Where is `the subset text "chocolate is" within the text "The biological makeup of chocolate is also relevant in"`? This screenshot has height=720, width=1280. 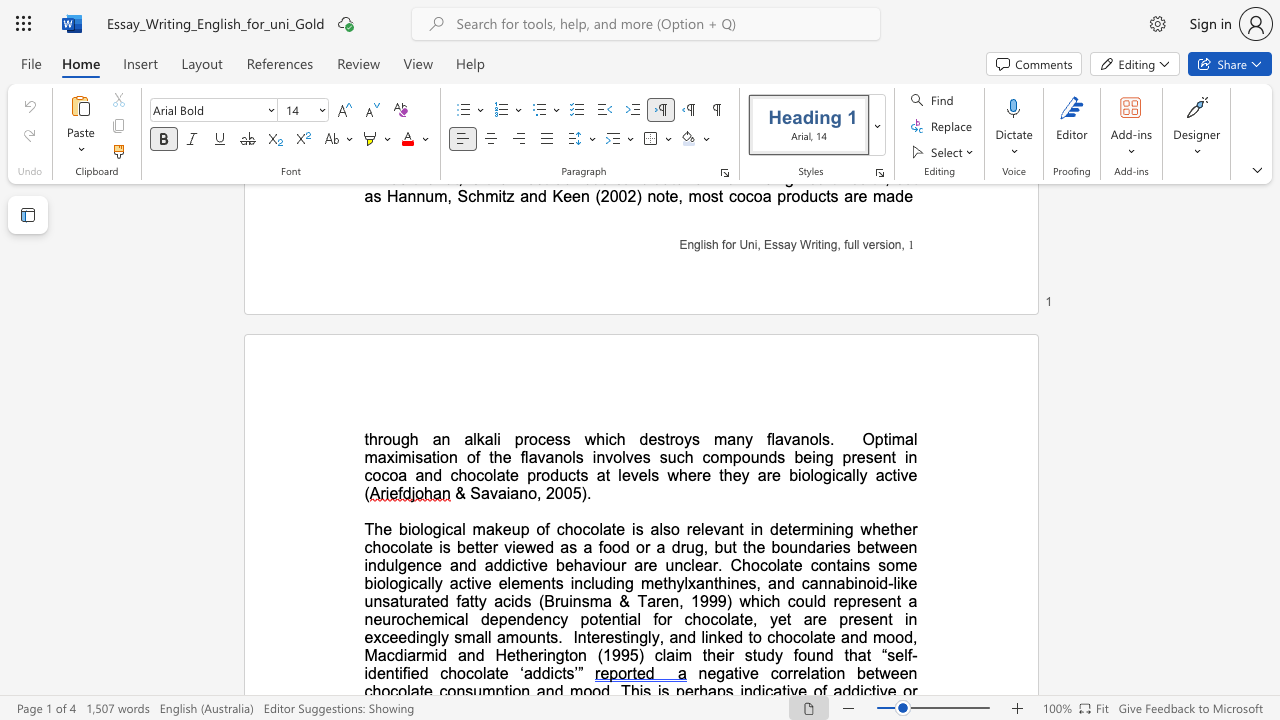 the subset text "chocolate is" within the text "The biological makeup of chocolate is also relevant in" is located at coordinates (556, 528).